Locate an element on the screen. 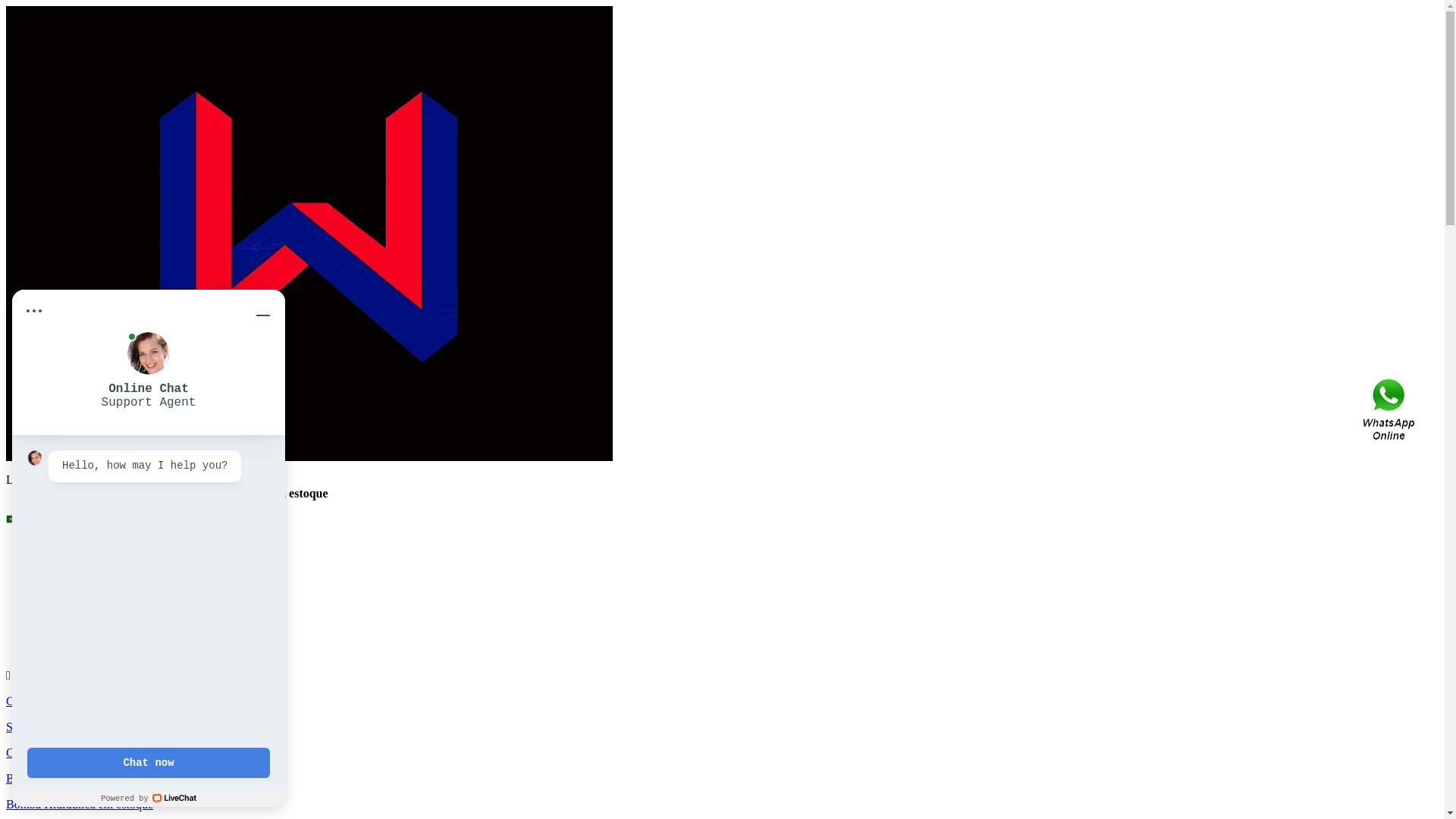  'Contact Us' is located at coordinates (1361, 409).